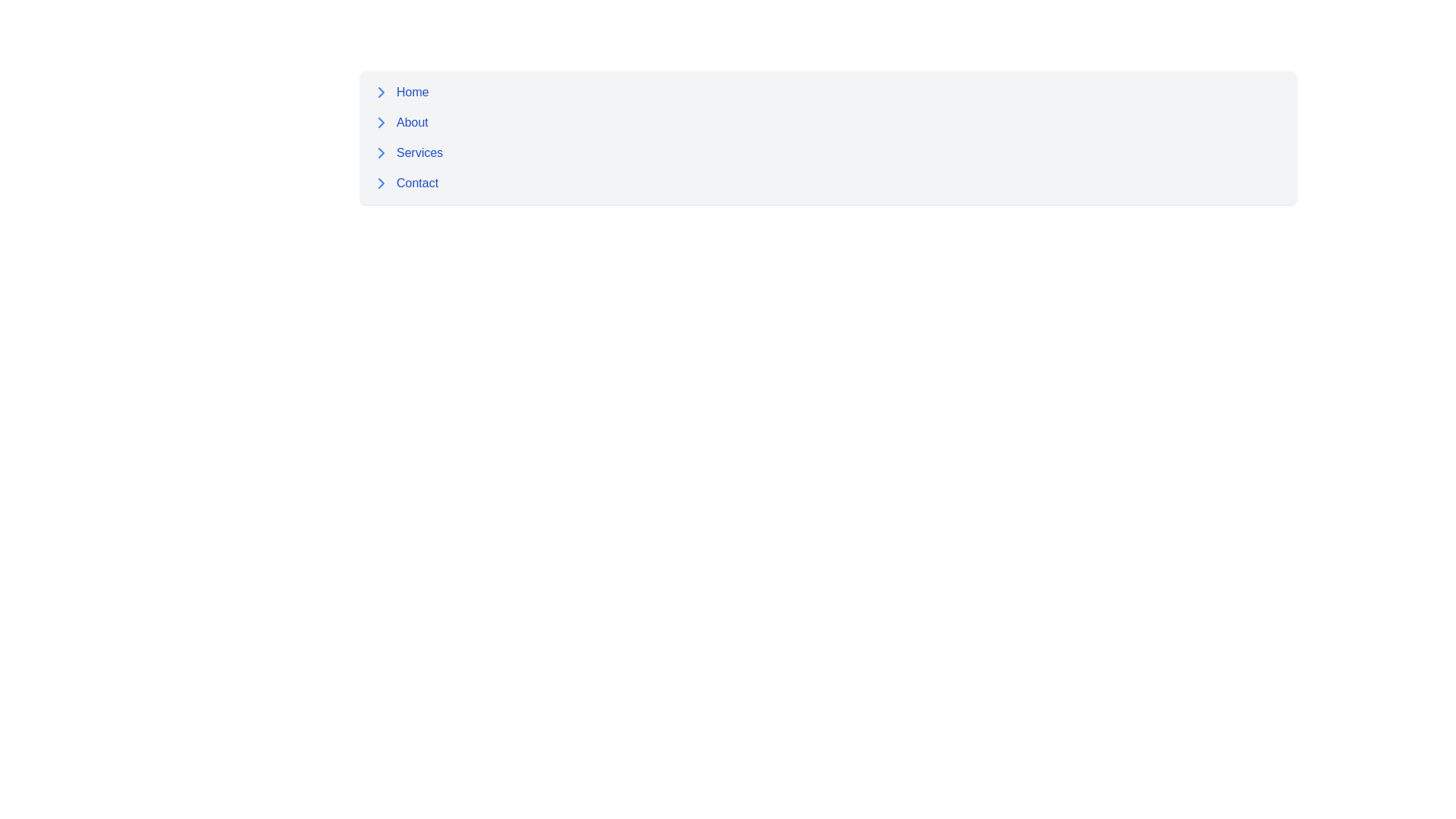 This screenshot has width=1456, height=819. Describe the element at coordinates (381, 183) in the screenshot. I see `the fourth right-facing chevron icon in the vertical menu list next to the 'Contact' text label` at that location.